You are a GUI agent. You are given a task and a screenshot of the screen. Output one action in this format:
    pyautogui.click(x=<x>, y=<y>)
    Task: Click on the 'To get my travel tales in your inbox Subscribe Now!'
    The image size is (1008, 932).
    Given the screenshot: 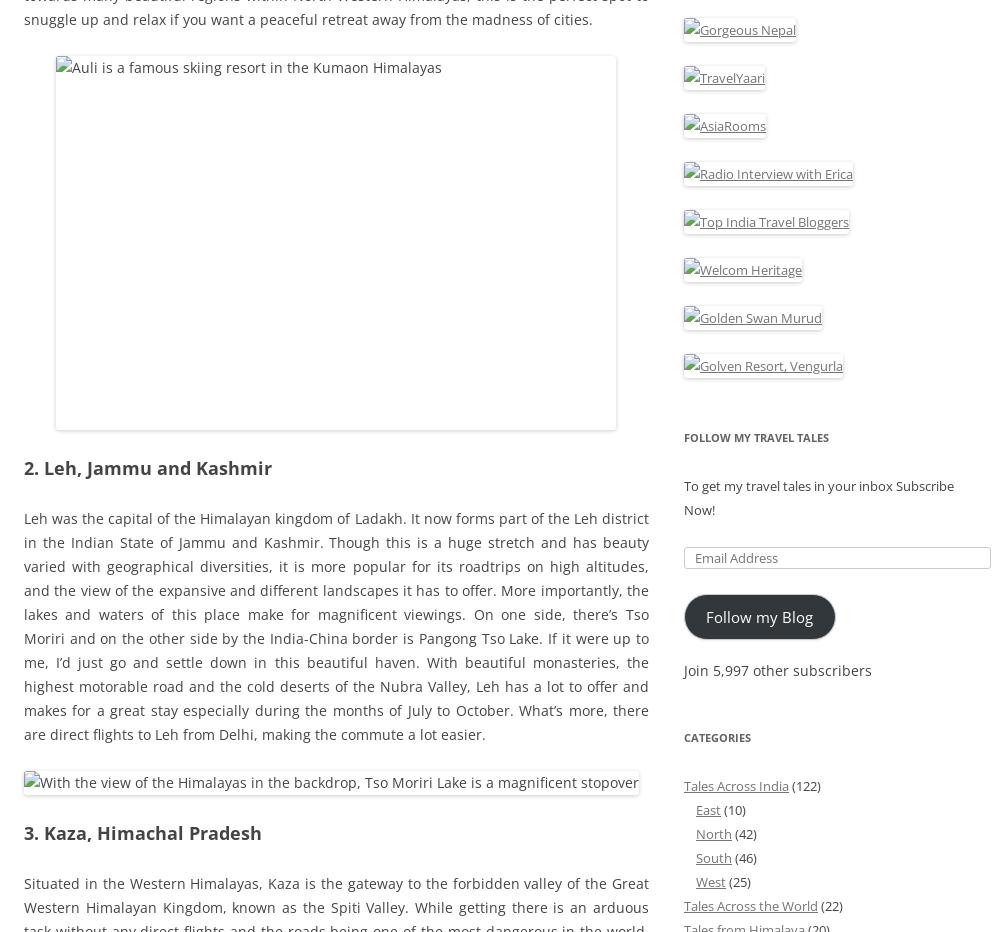 What is the action you would take?
    pyautogui.click(x=819, y=496)
    